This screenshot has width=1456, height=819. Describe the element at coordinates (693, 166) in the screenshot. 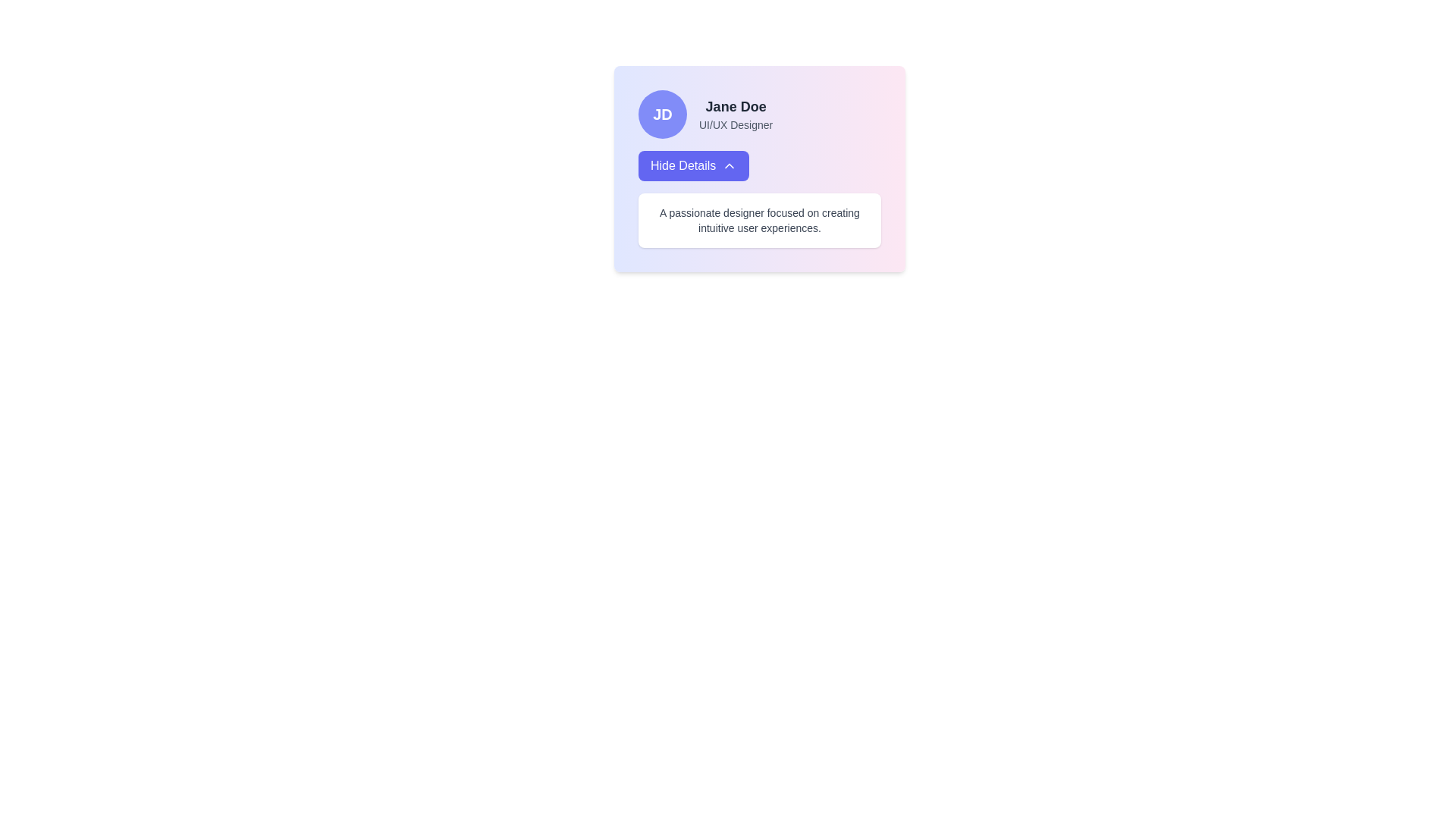

I see `the toggle button located underneath the profile information of 'Jane Doe' to hide additional details` at that location.